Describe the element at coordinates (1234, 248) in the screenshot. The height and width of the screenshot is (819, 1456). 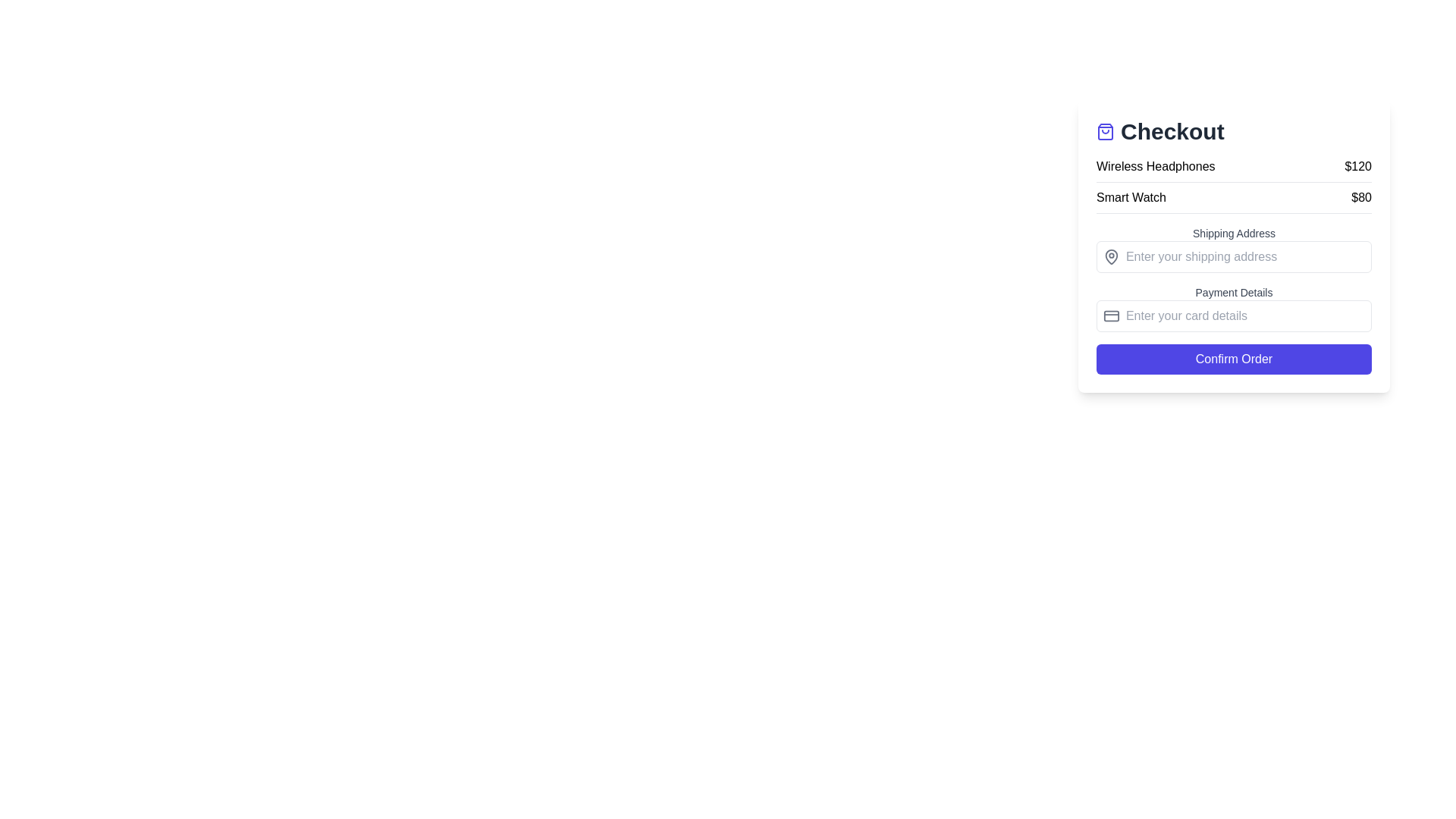
I see `the text box of the 'Shipping Address' labeled input field to select all text` at that location.